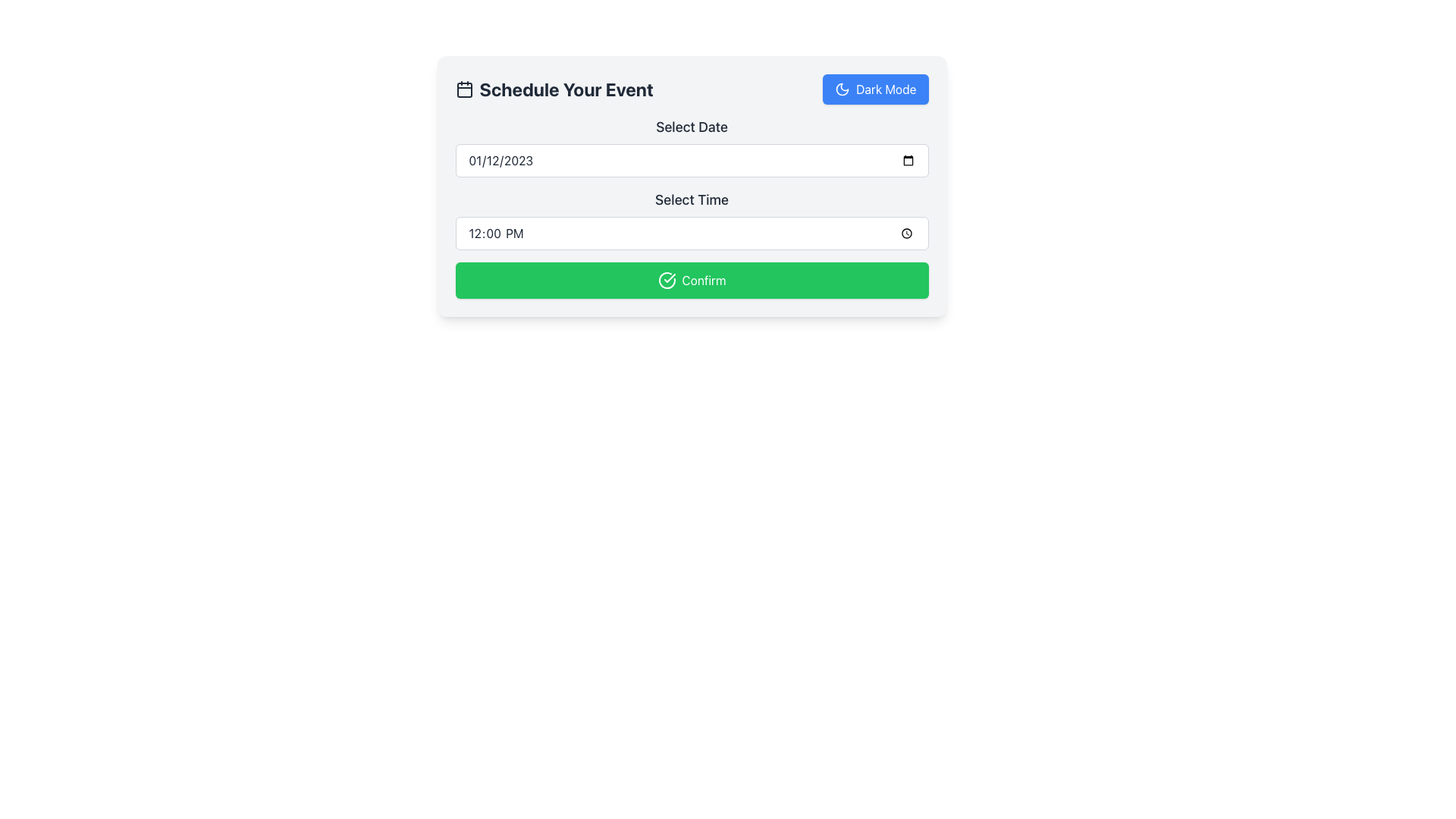 This screenshot has height=819, width=1456. Describe the element at coordinates (691, 199) in the screenshot. I see `the text label displaying 'Select Time', which is a large, bold font in dark color, positioned centrally above the time input field` at that location.